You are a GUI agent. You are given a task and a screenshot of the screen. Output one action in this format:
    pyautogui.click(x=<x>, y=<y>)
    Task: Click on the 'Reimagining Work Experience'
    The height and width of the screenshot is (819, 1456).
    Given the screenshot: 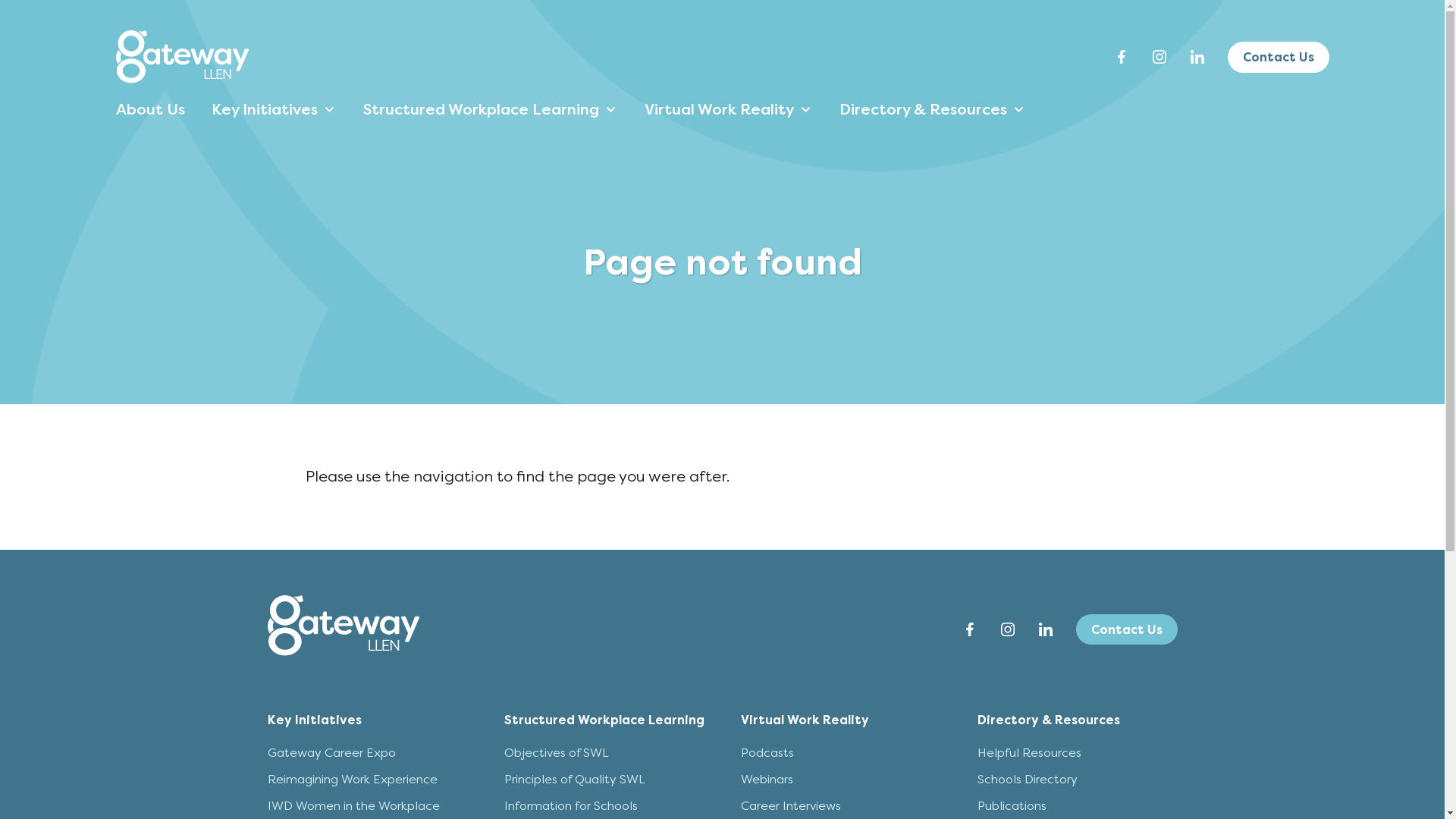 What is the action you would take?
    pyautogui.click(x=351, y=779)
    